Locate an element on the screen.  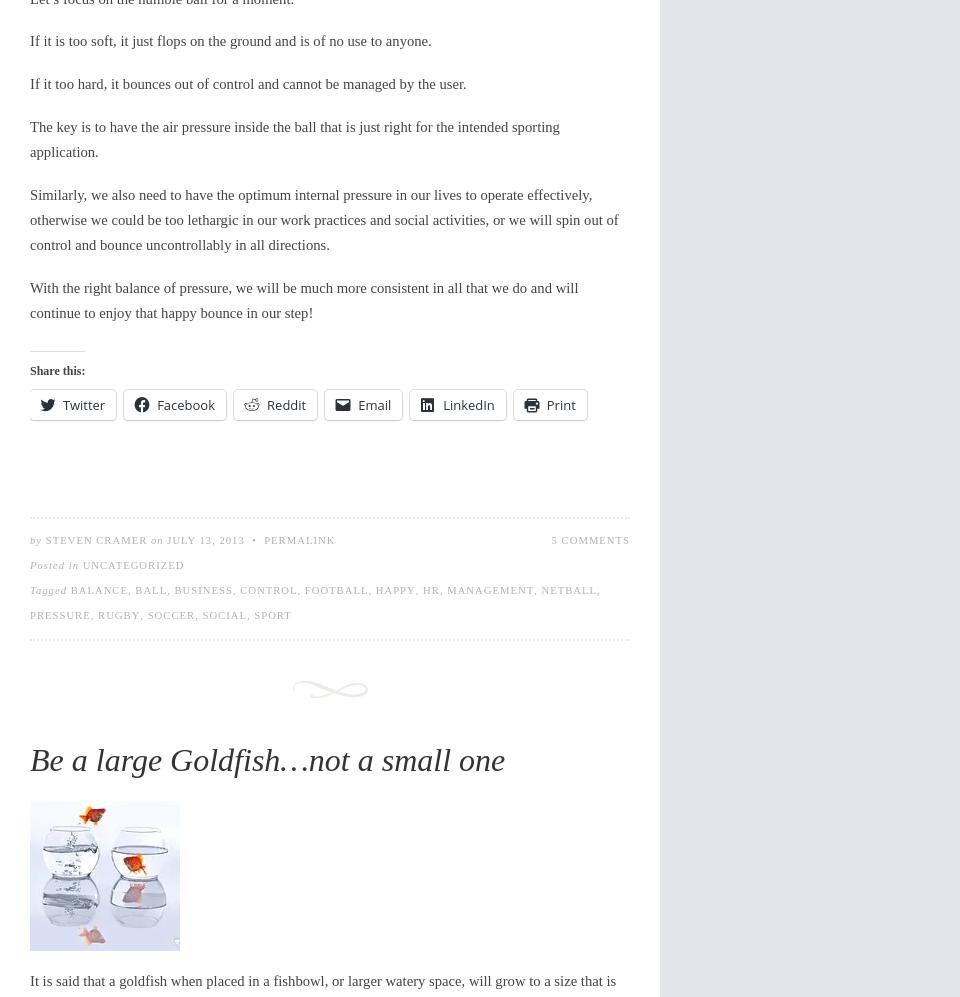
'Facebook' is located at coordinates (186, 404).